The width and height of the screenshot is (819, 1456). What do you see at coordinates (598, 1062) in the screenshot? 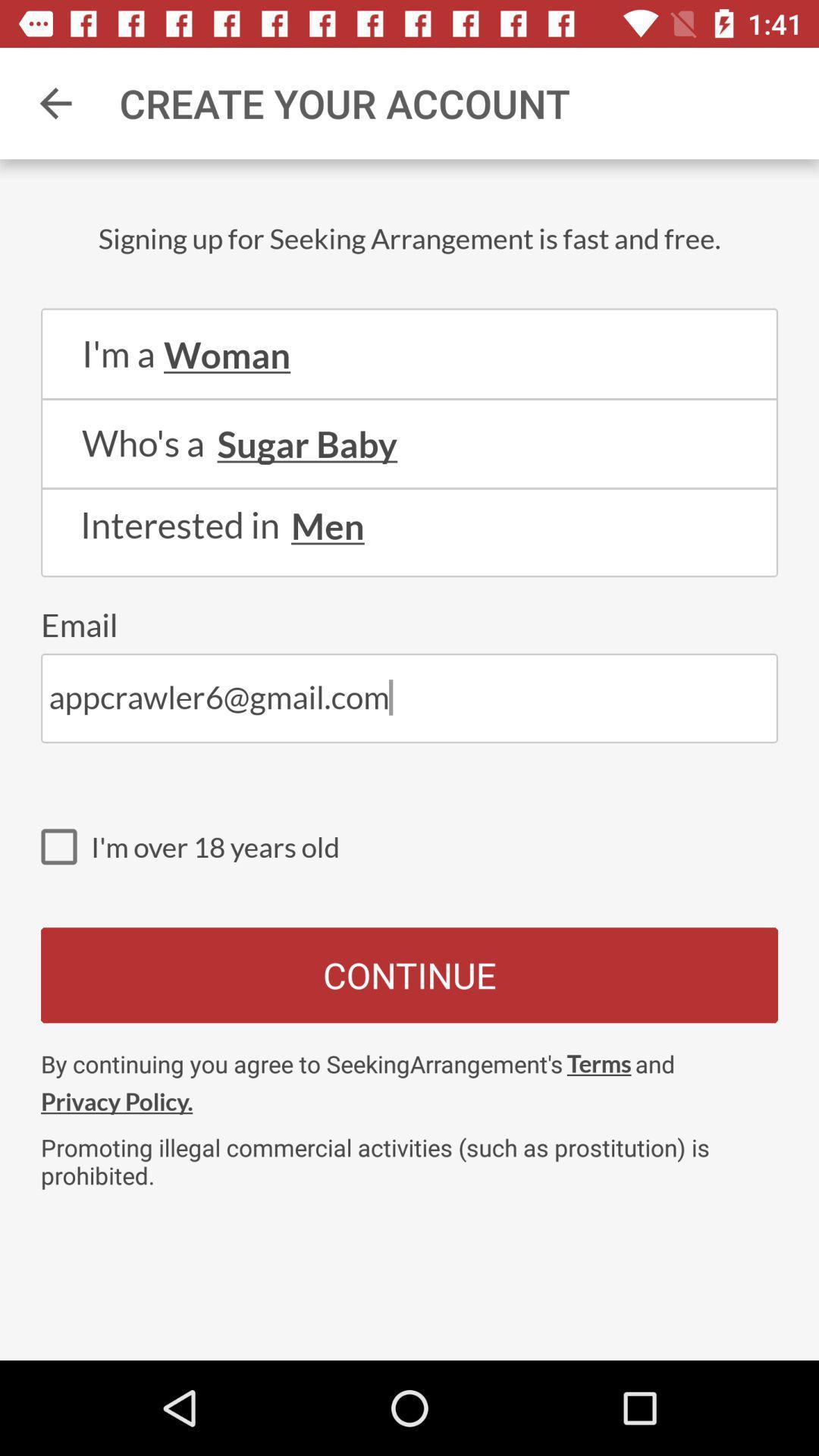
I see `icon next to and icon` at bounding box center [598, 1062].